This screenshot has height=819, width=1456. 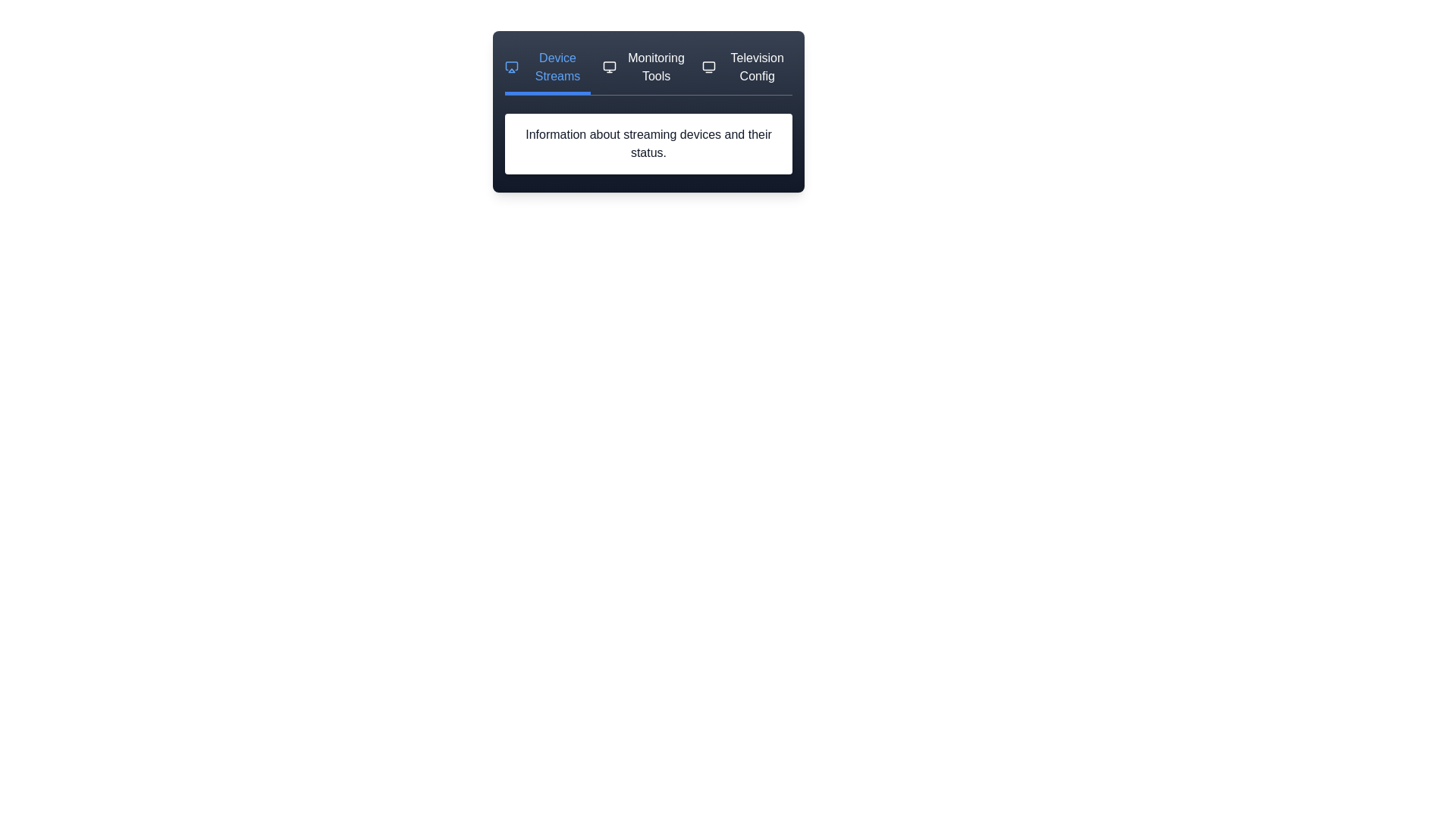 I want to click on the tab labeled 'Television Config', so click(x=746, y=72).